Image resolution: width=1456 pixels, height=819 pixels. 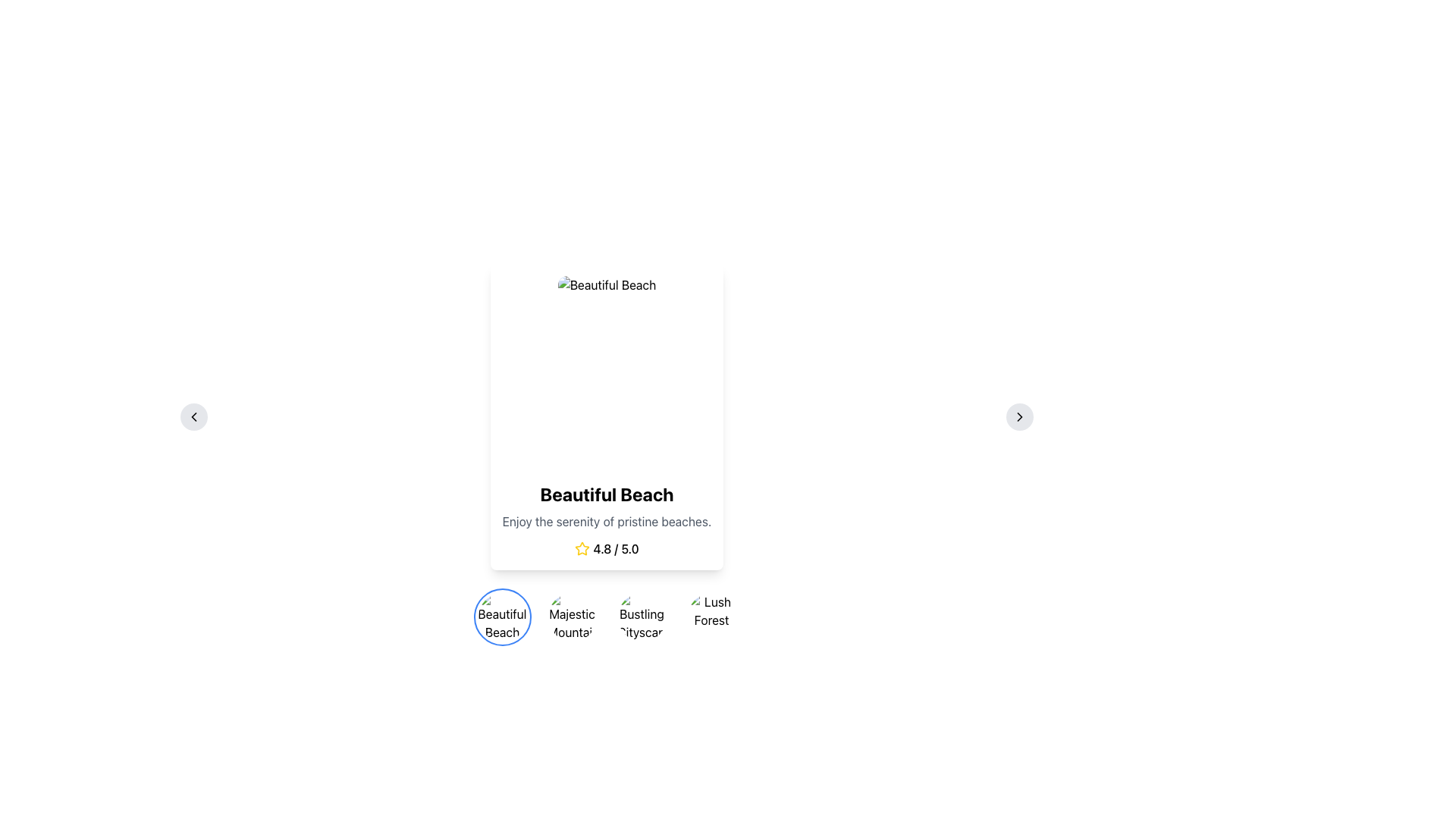 I want to click on the circular button with a light gray background and a leftward-pointing chevron icon, so click(x=193, y=417).